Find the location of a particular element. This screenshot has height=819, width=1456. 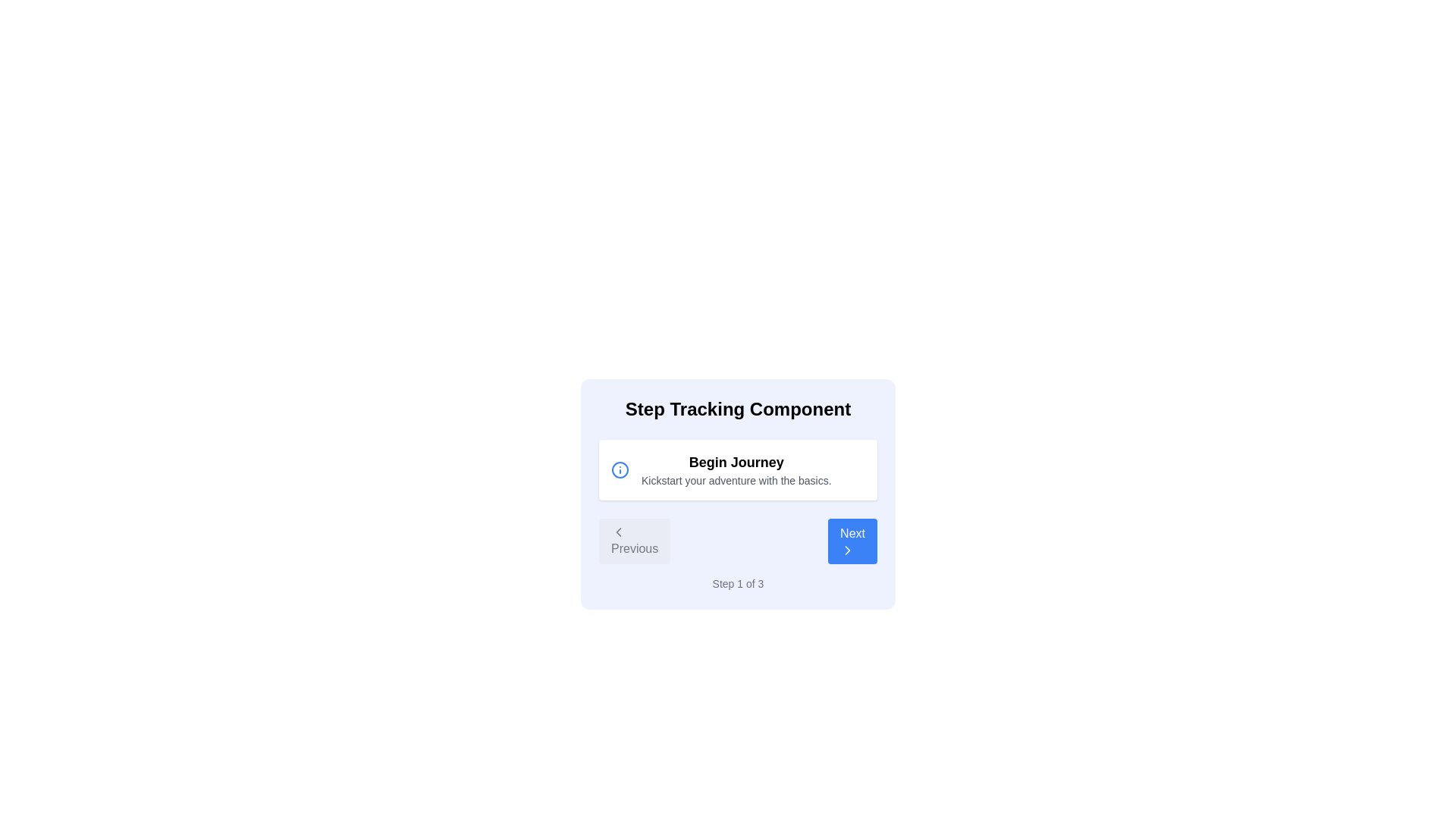

the 'Next' button, which has a bright blue background and white text with a right-pointing chevron icon is located at coordinates (852, 540).